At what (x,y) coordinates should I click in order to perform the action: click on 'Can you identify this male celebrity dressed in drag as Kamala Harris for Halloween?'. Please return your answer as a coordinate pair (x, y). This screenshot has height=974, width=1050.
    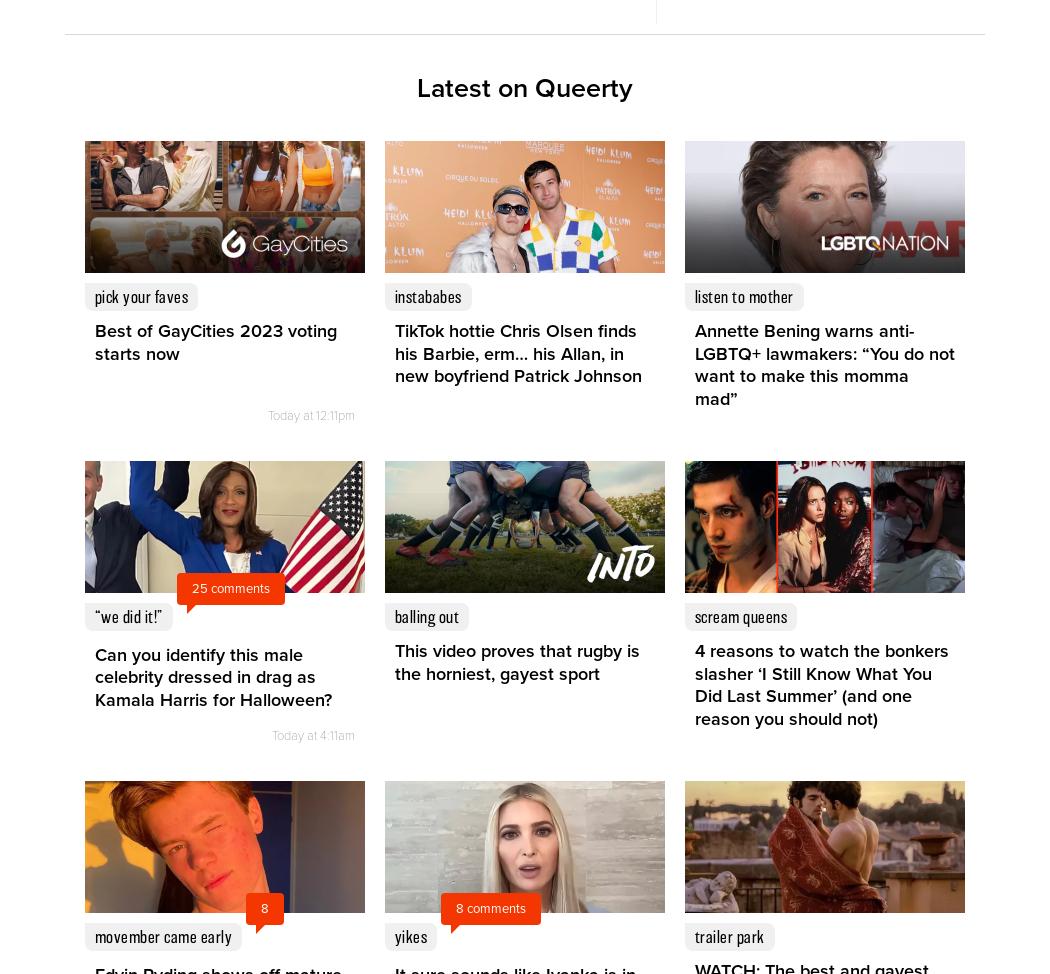
    Looking at the image, I should click on (95, 676).